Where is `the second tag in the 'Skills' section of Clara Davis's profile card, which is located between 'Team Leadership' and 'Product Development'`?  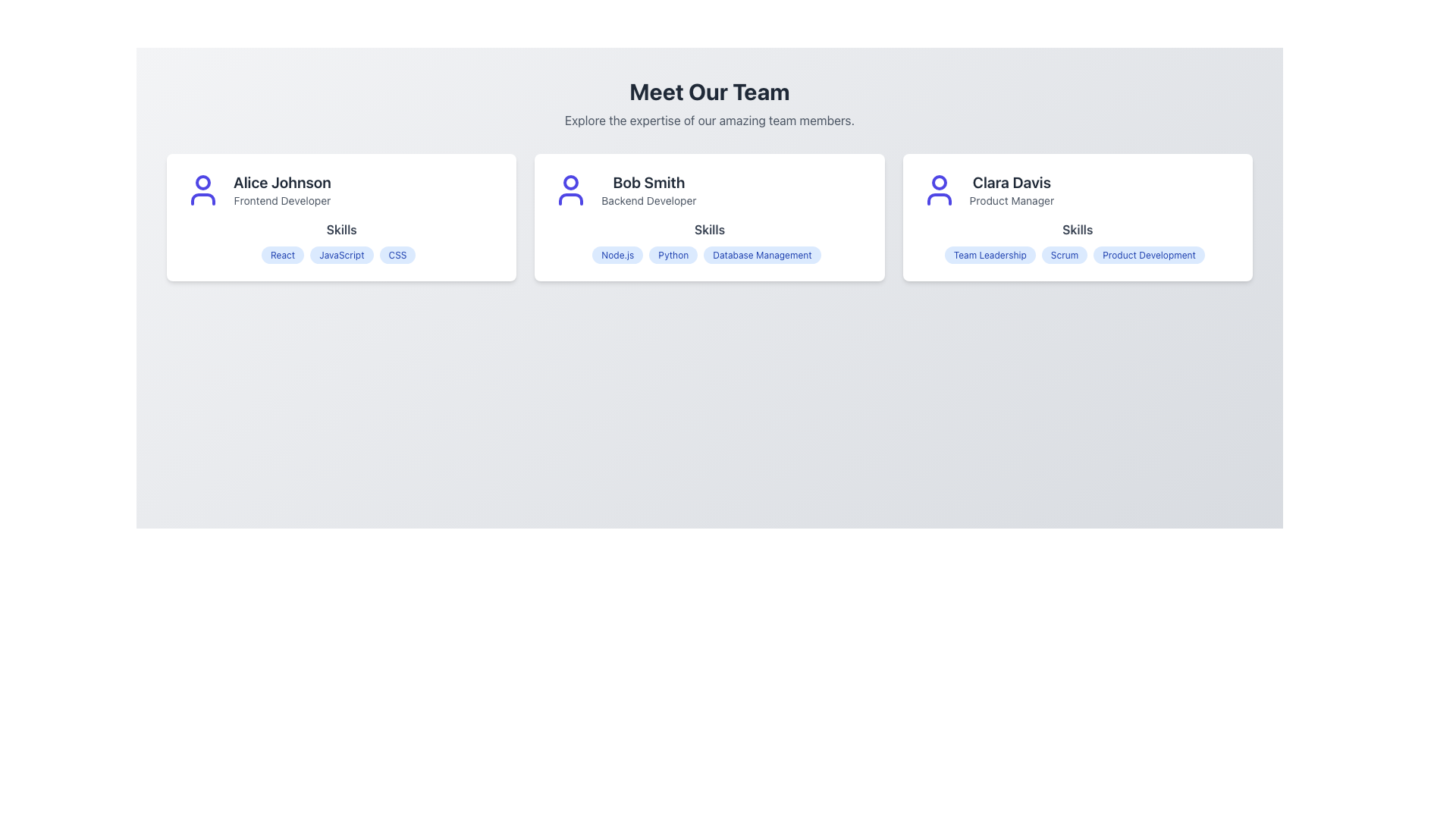
the second tag in the 'Skills' section of Clara Davis's profile card, which is located between 'Team Leadership' and 'Product Development' is located at coordinates (1063, 254).